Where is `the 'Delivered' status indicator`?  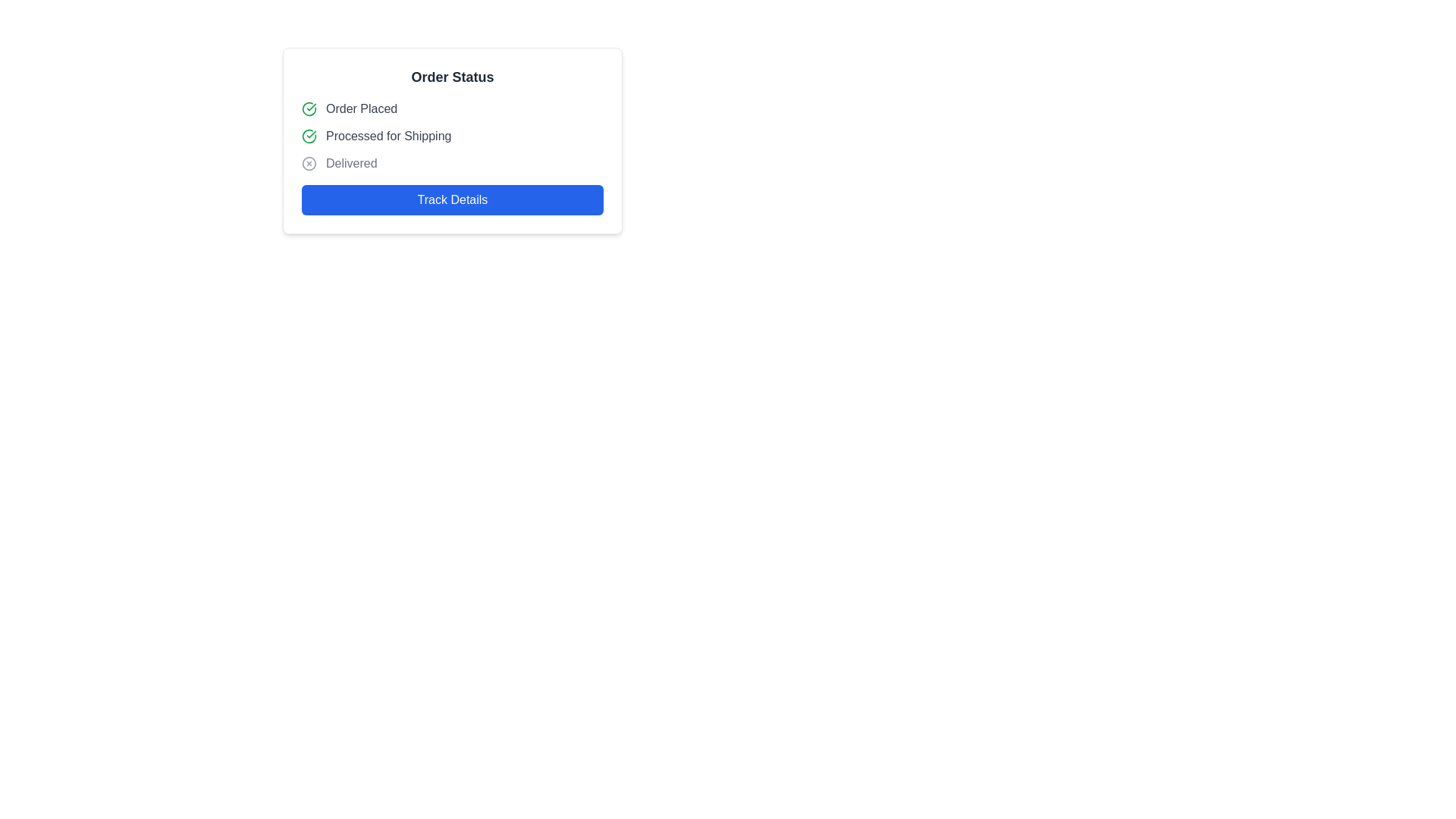 the 'Delivered' status indicator is located at coordinates (451, 164).